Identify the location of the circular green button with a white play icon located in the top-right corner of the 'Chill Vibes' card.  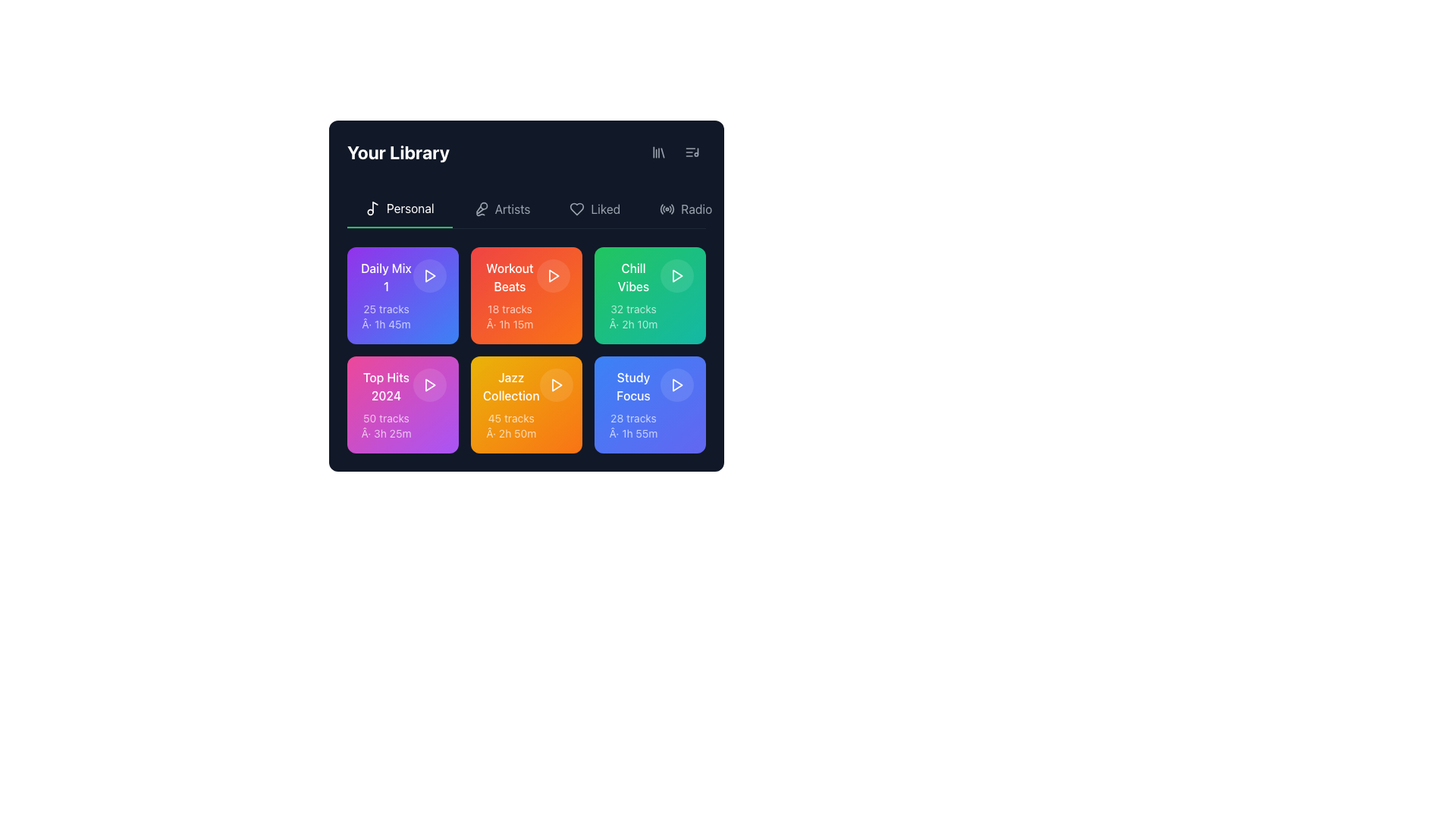
(676, 275).